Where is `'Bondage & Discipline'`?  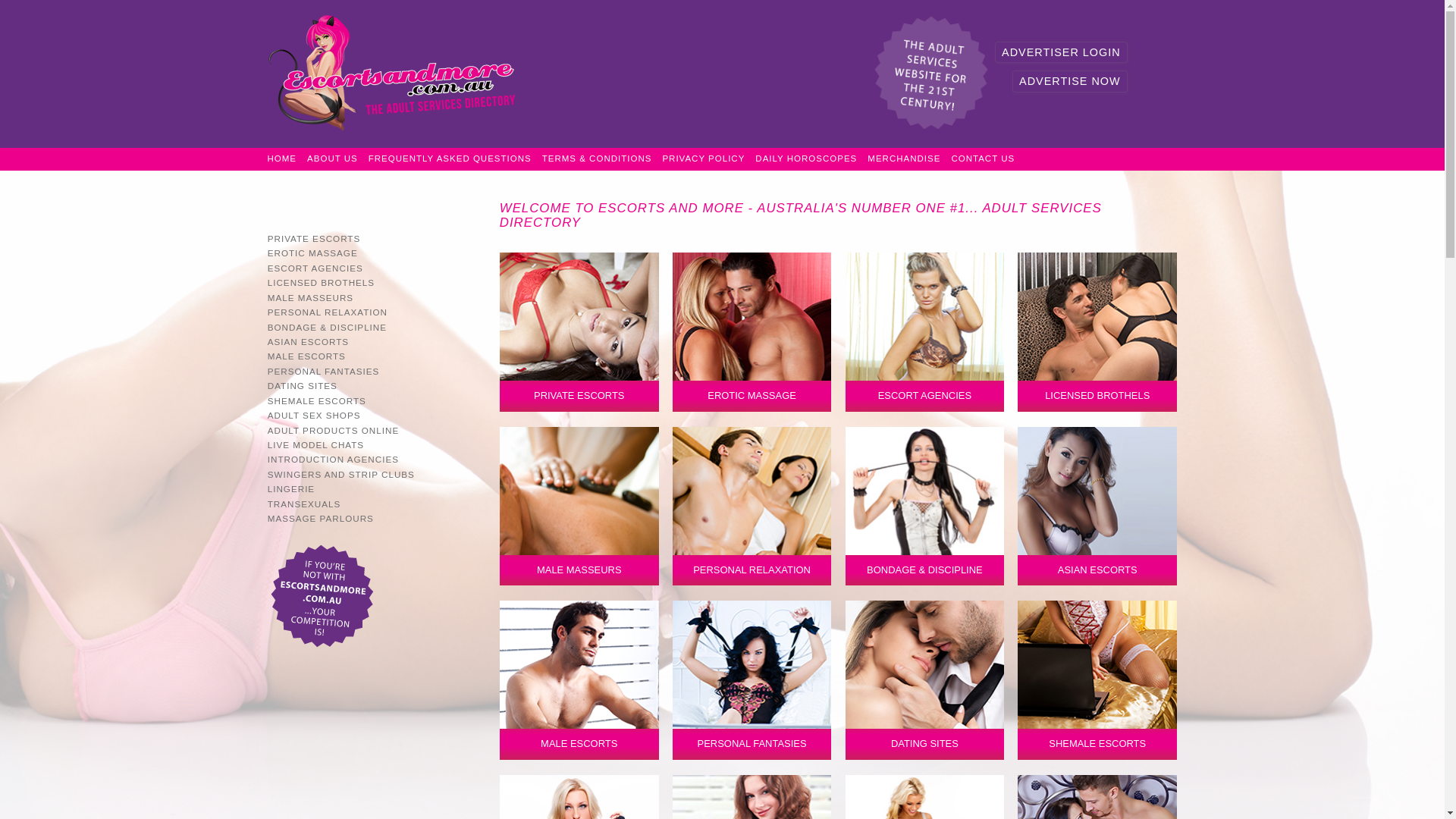 'Bondage & Discipline' is located at coordinates (924, 506).